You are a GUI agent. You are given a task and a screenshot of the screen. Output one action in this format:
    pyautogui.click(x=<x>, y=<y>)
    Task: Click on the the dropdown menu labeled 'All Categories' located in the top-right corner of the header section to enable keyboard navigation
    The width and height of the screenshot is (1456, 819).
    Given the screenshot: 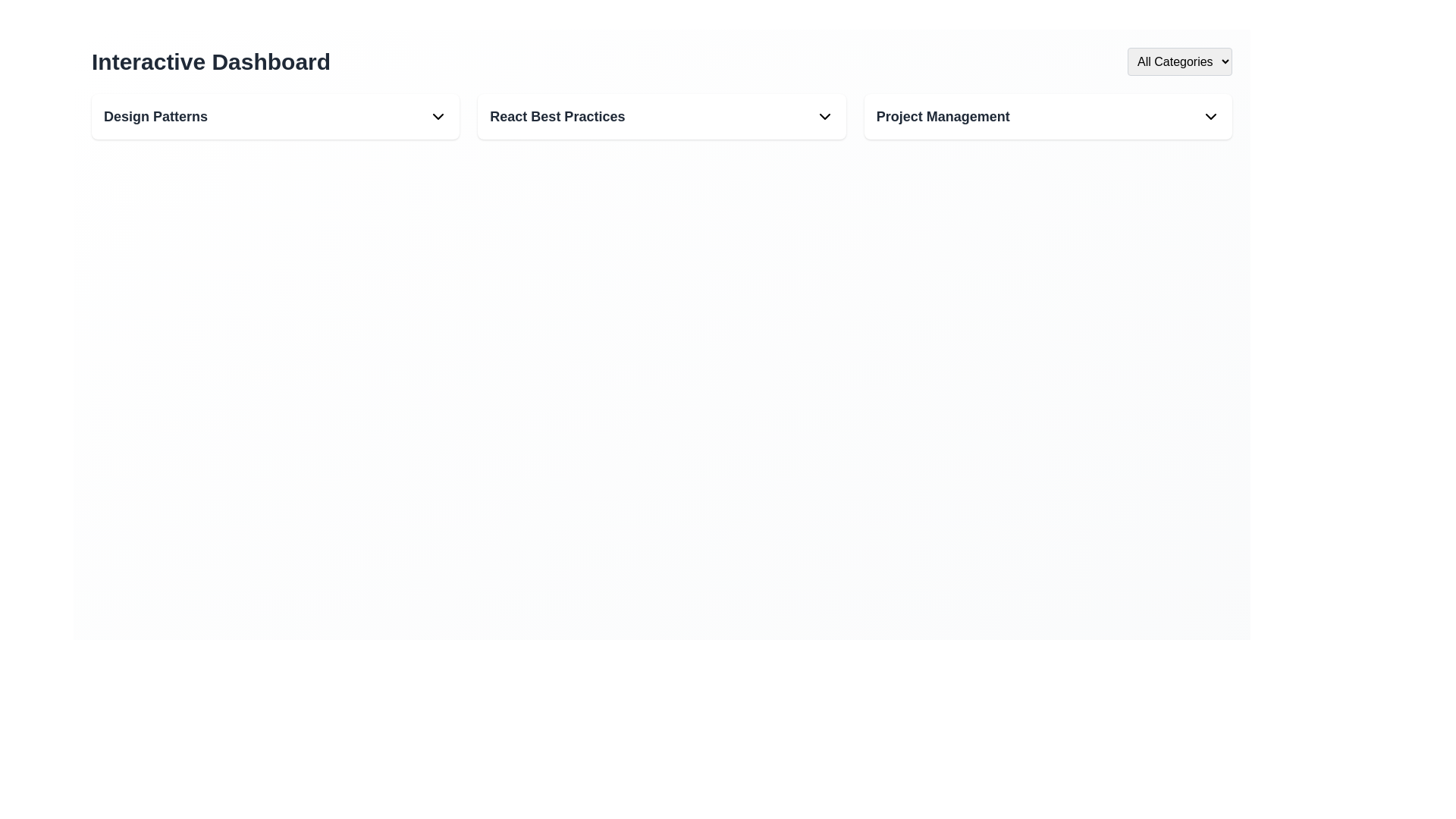 What is the action you would take?
    pyautogui.click(x=1178, y=61)
    